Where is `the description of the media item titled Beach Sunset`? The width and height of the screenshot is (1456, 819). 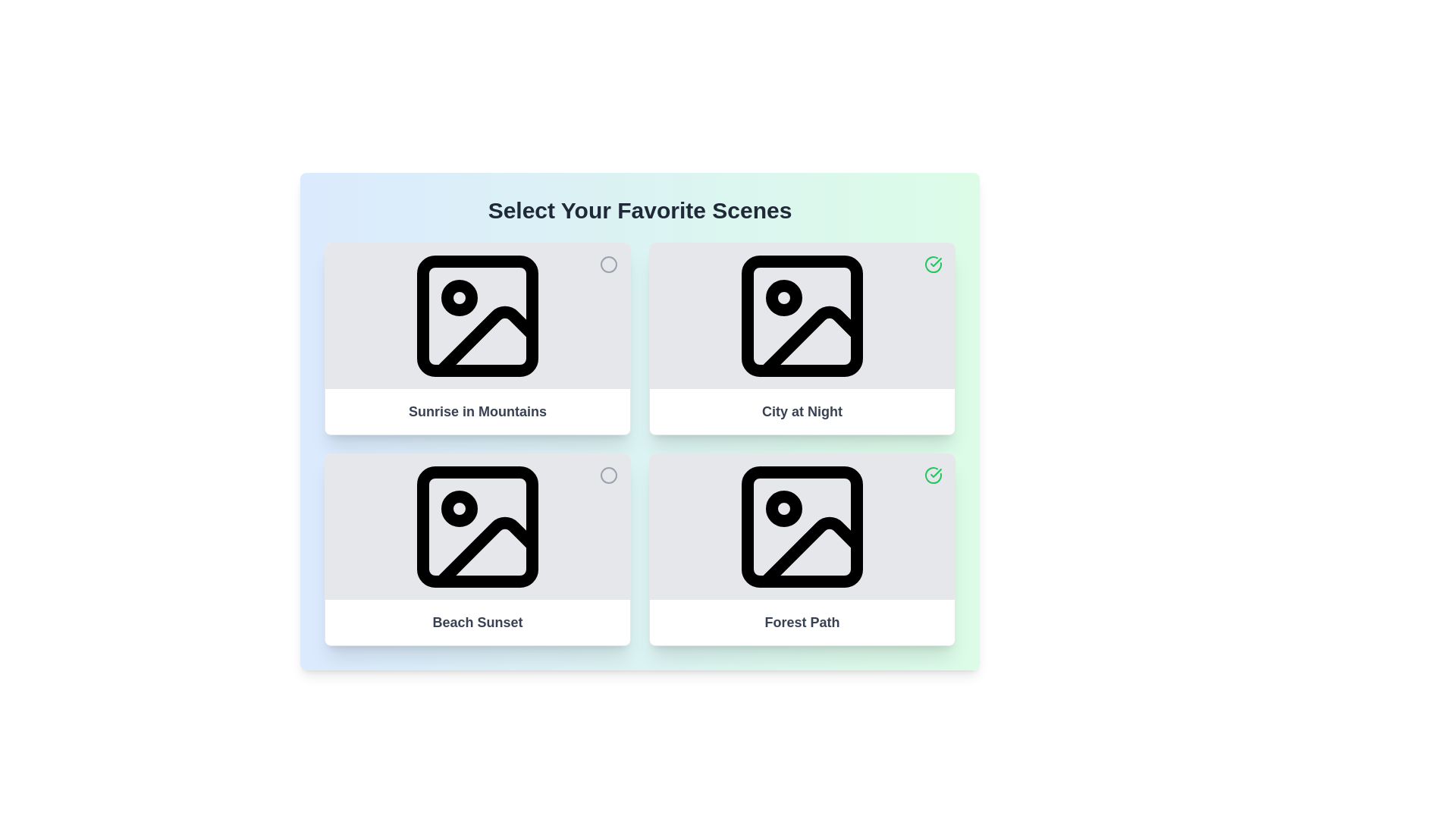 the description of the media item titled Beach Sunset is located at coordinates (476, 623).